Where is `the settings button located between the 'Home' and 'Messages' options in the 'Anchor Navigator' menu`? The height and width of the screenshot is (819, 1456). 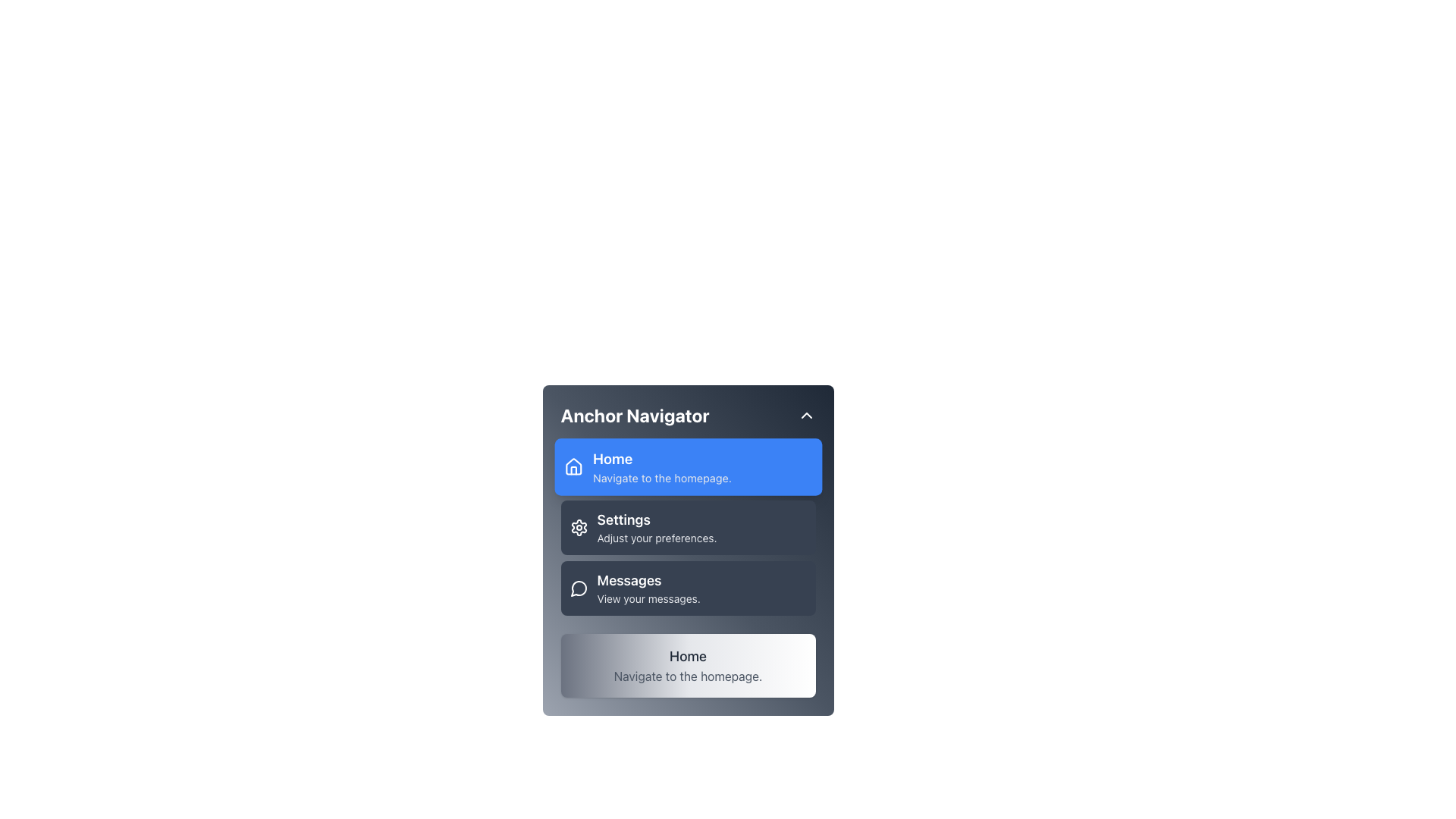
the settings button located between the 'Home' and 'Messages' options in the 'Anchor Navigator' menu is located at coordinates (687, 550).